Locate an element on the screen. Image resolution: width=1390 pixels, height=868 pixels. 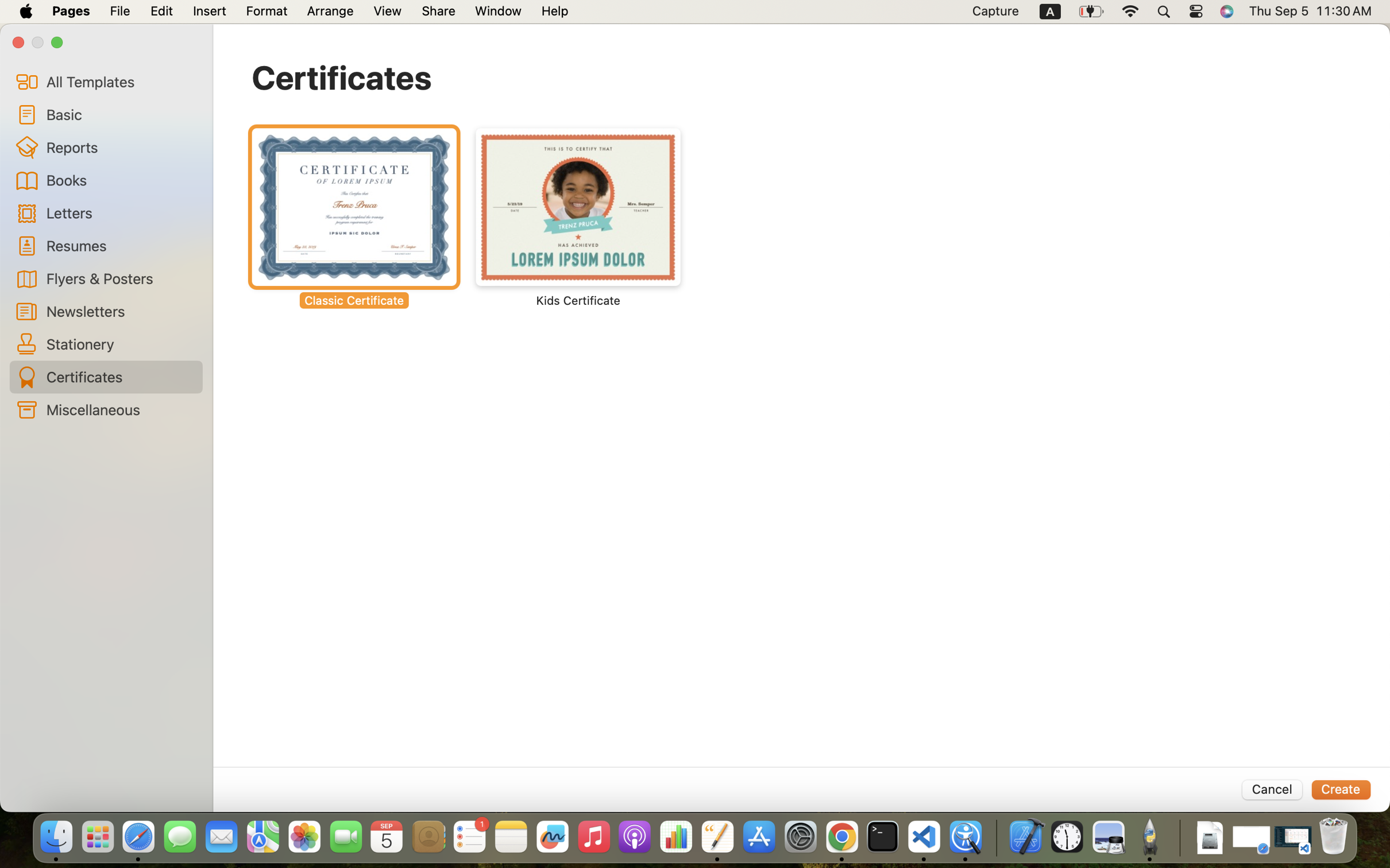
'Flyers & Posters' is located at coordinates (119, 277).